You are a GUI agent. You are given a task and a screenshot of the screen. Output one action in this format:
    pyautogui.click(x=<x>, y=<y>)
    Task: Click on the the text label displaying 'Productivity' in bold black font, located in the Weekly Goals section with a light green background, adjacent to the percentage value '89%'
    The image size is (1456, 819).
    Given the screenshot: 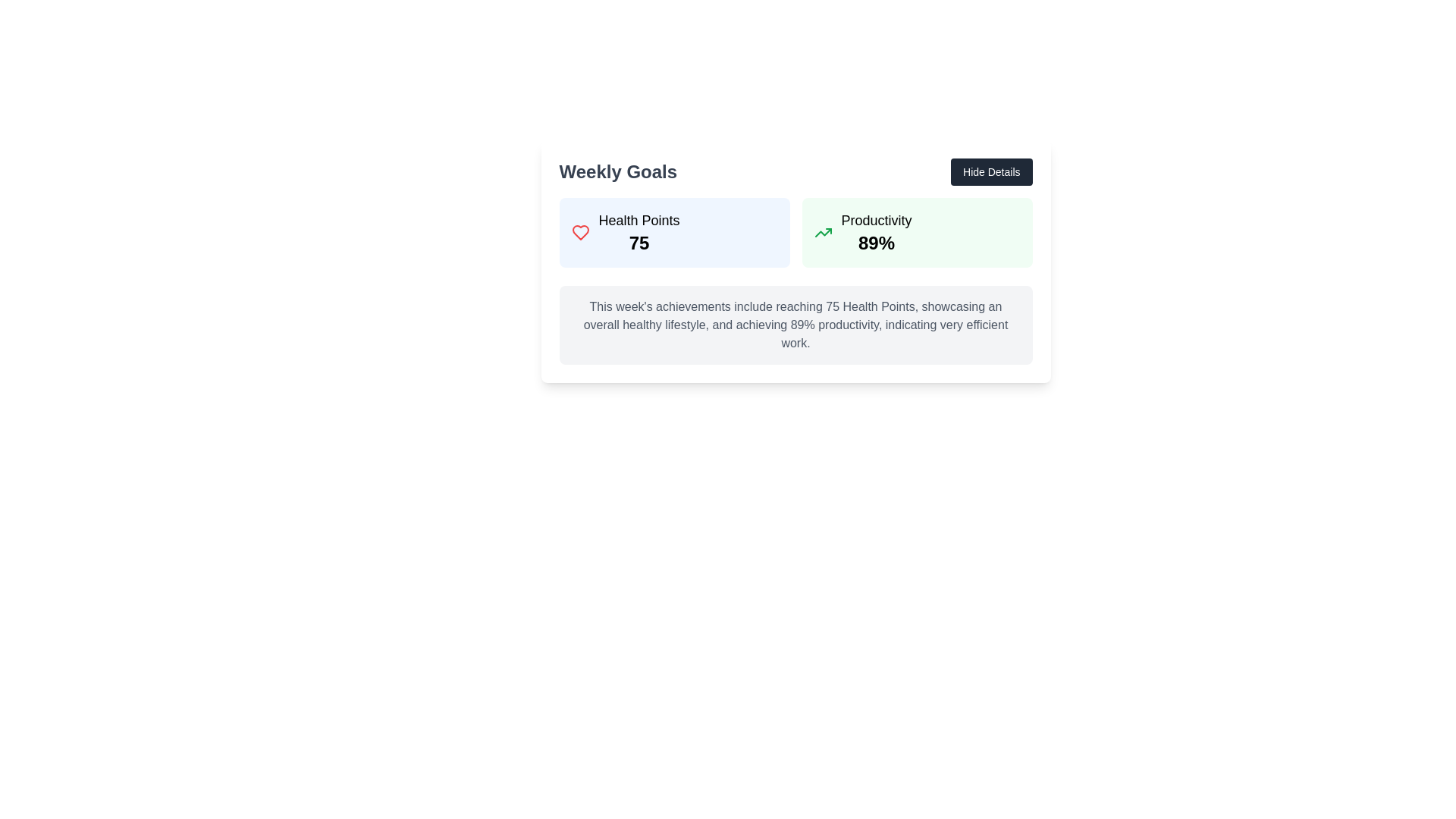 What is the action you would take?
    pyautogui.click(x=877, y=220)
    